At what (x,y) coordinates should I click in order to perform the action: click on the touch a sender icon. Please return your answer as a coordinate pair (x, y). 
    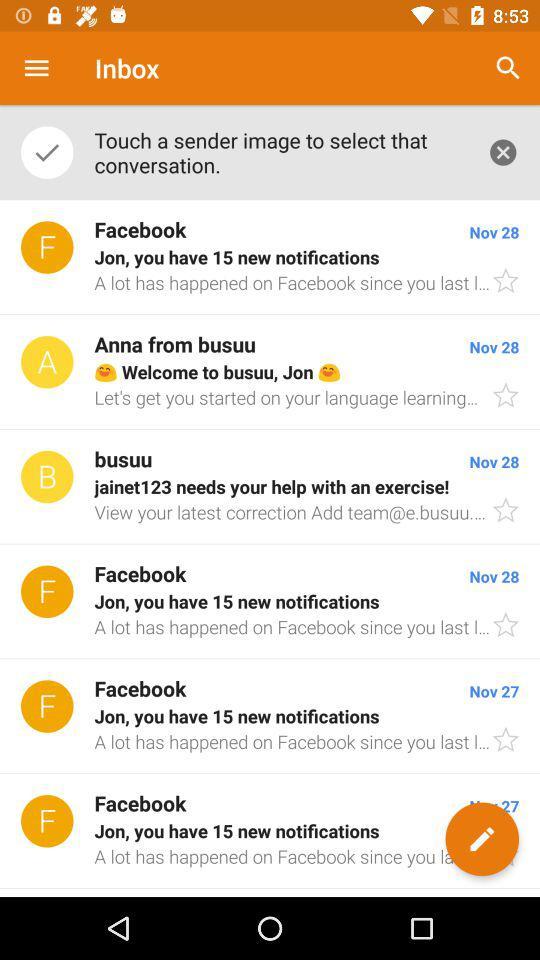
    Looking at the image, I should click on (279, 151).